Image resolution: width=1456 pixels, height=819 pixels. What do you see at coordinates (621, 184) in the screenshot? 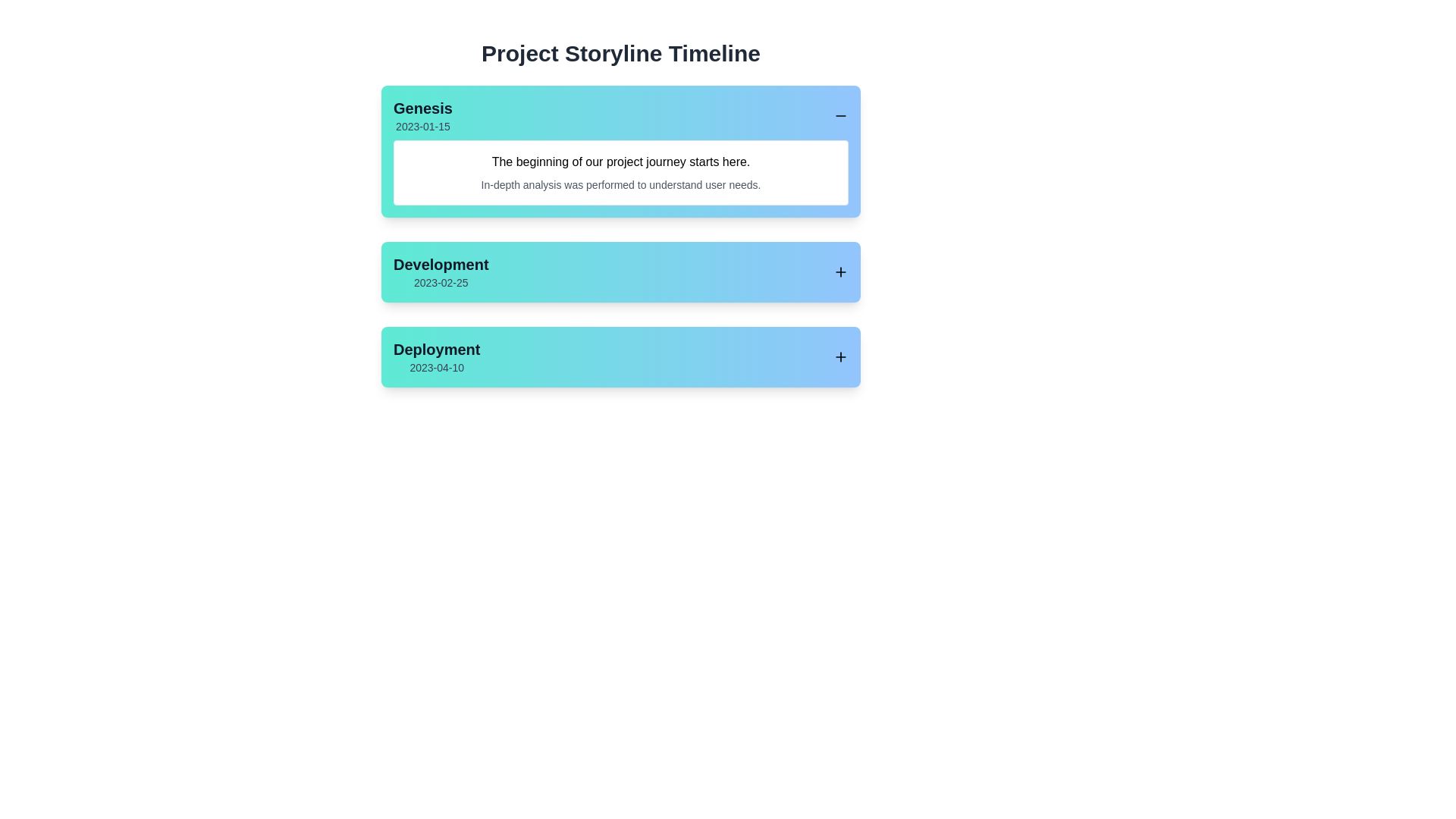
I see `the text label that displays descriptive information related to the 'Genesis' phase of the project timeline, located in the second row under the header 'Genesis'` at bounding box center [621, 184].